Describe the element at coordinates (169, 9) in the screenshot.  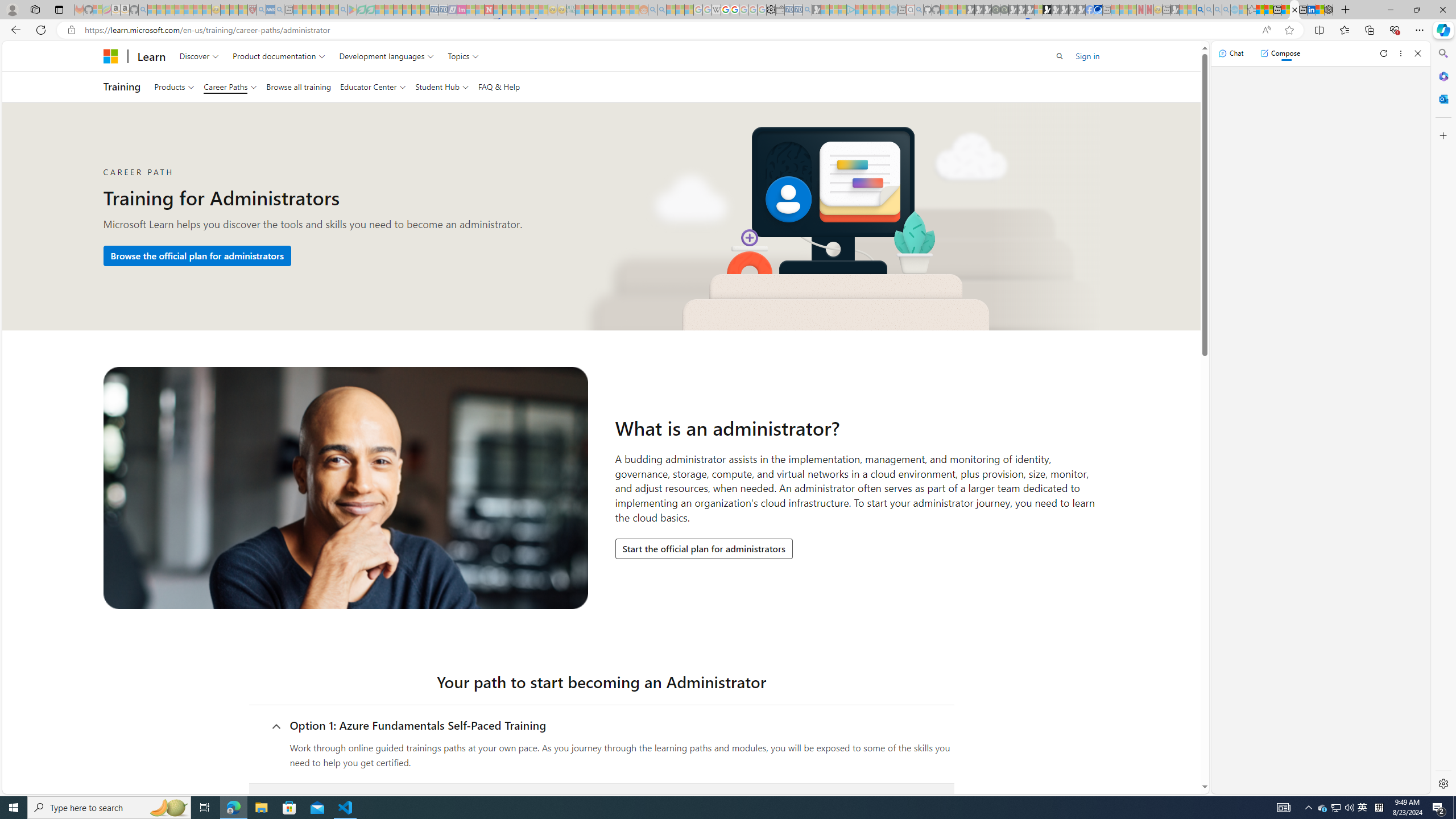
I see `'The Weather Channel - MSN - Sleeping'` at that location.